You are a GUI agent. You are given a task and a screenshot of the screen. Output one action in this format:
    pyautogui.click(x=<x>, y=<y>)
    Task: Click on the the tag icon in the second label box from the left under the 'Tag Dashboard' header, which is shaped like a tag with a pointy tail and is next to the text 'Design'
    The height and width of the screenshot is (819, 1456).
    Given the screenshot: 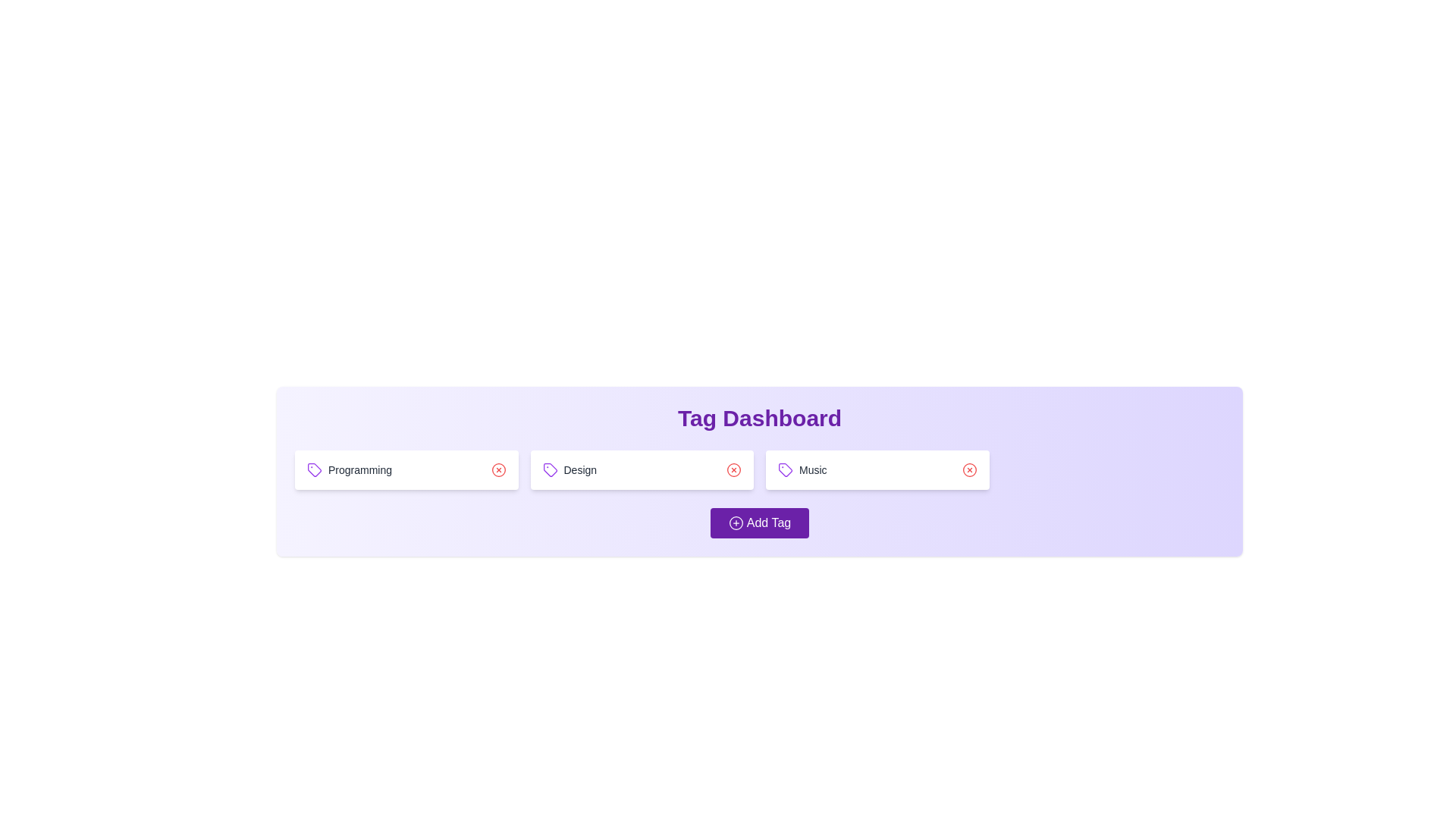 What is the action you would take?
    pyautogui.click(x=549, y=469)
    